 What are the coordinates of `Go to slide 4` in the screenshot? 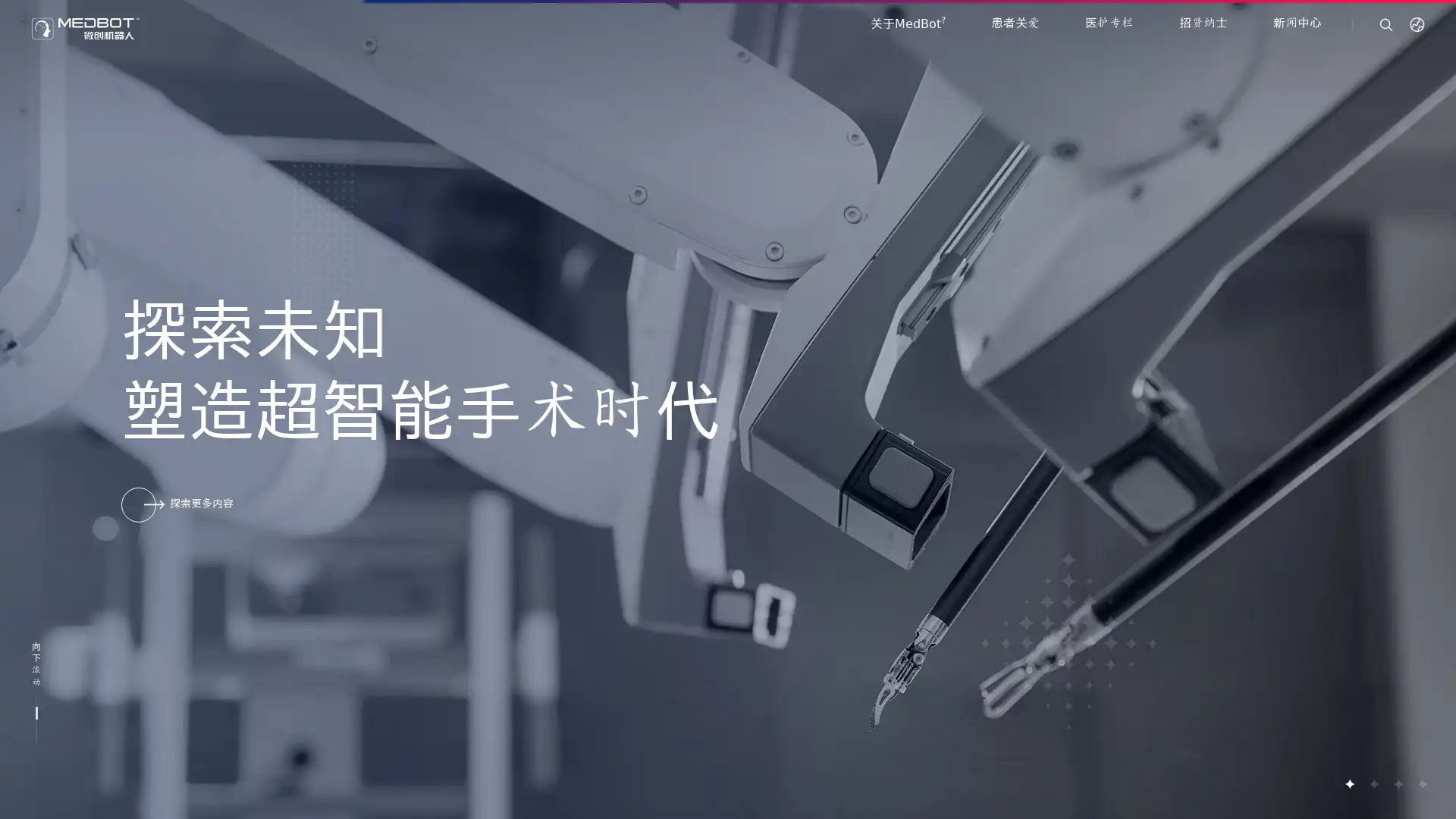 It's located at (1421, 783).